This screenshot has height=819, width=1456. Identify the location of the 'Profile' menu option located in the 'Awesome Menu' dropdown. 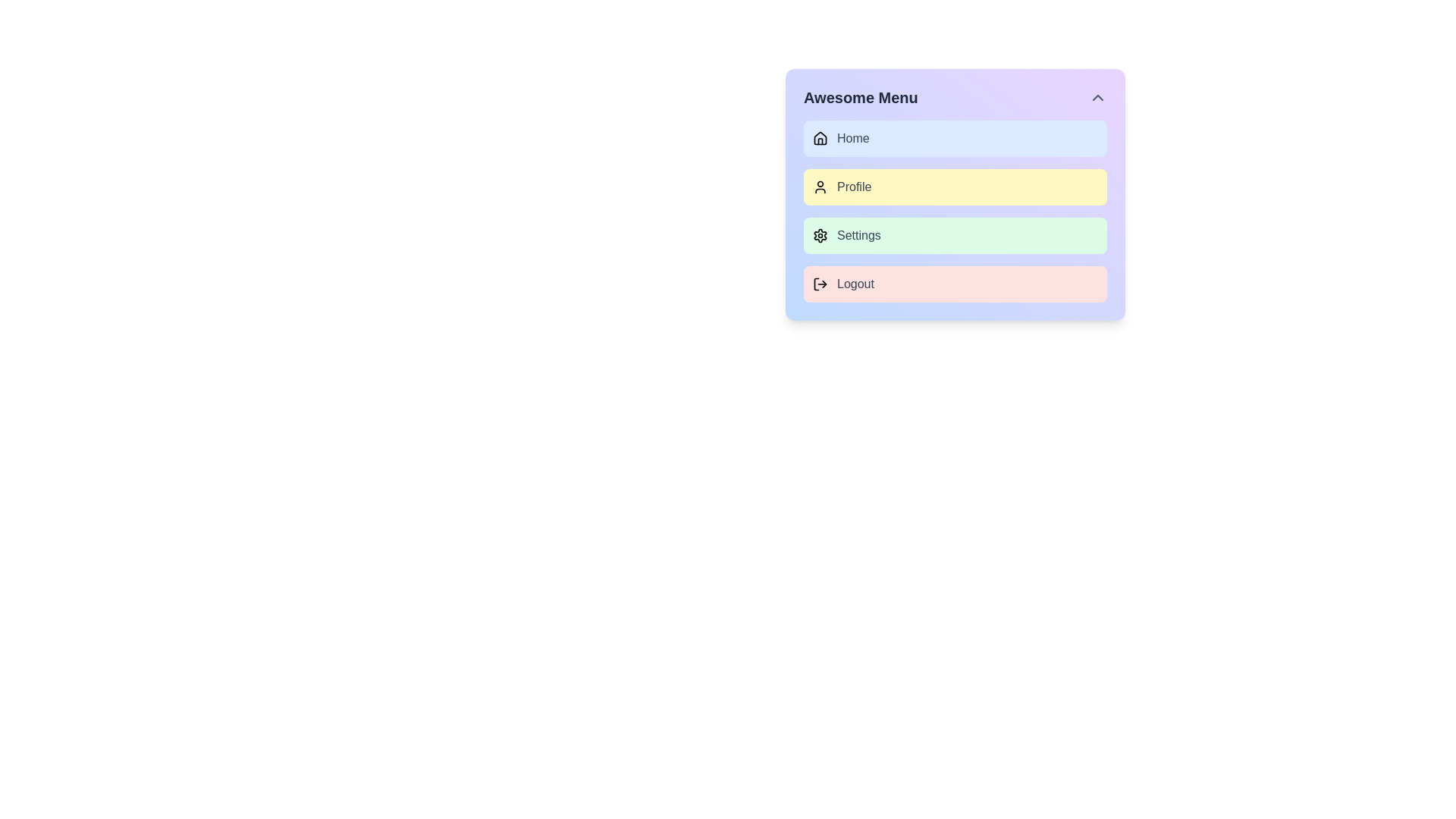
(954, 211).